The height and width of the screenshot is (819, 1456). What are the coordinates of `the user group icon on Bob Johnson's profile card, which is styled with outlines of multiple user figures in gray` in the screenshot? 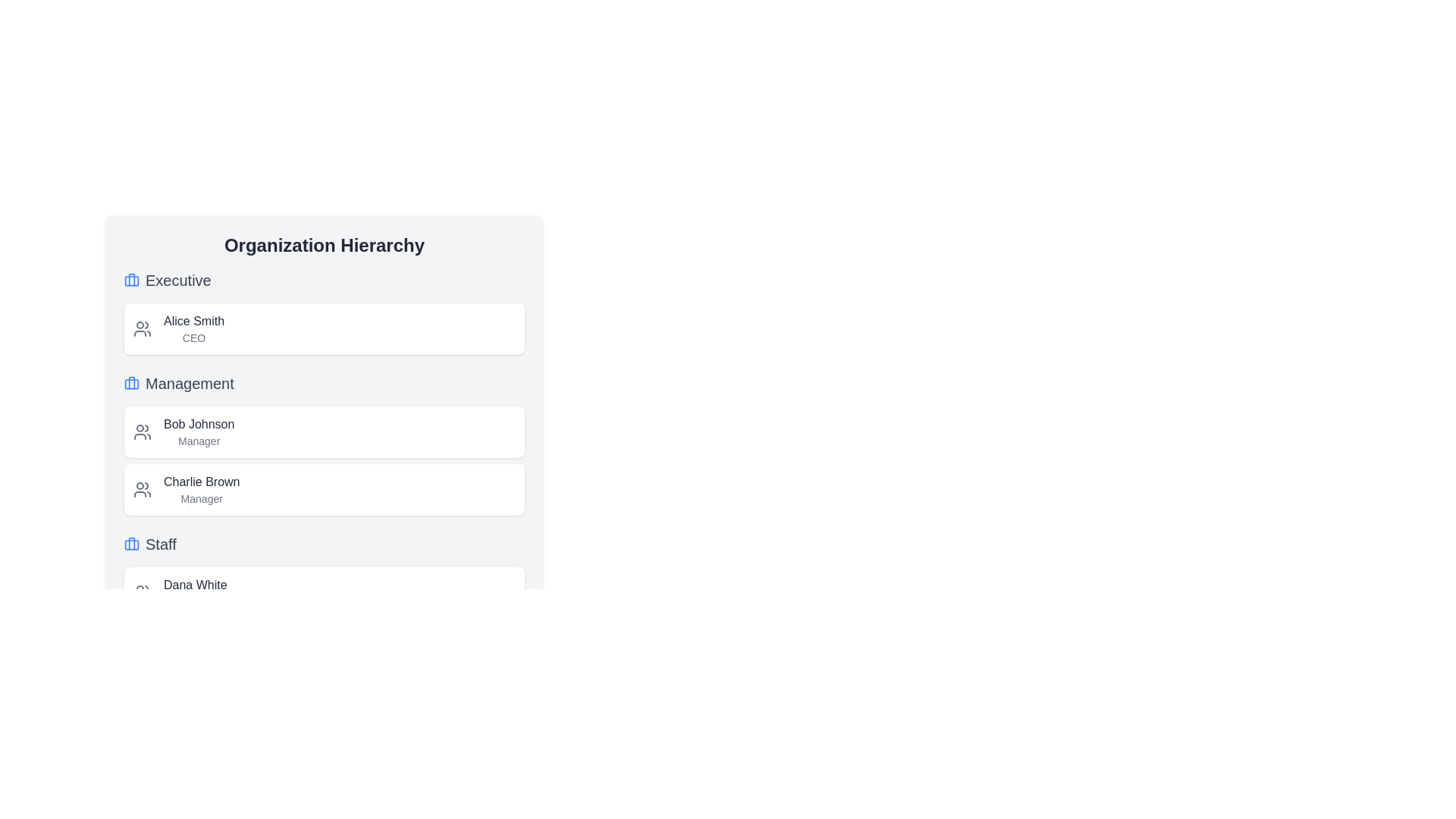 It's located at (142, 432).